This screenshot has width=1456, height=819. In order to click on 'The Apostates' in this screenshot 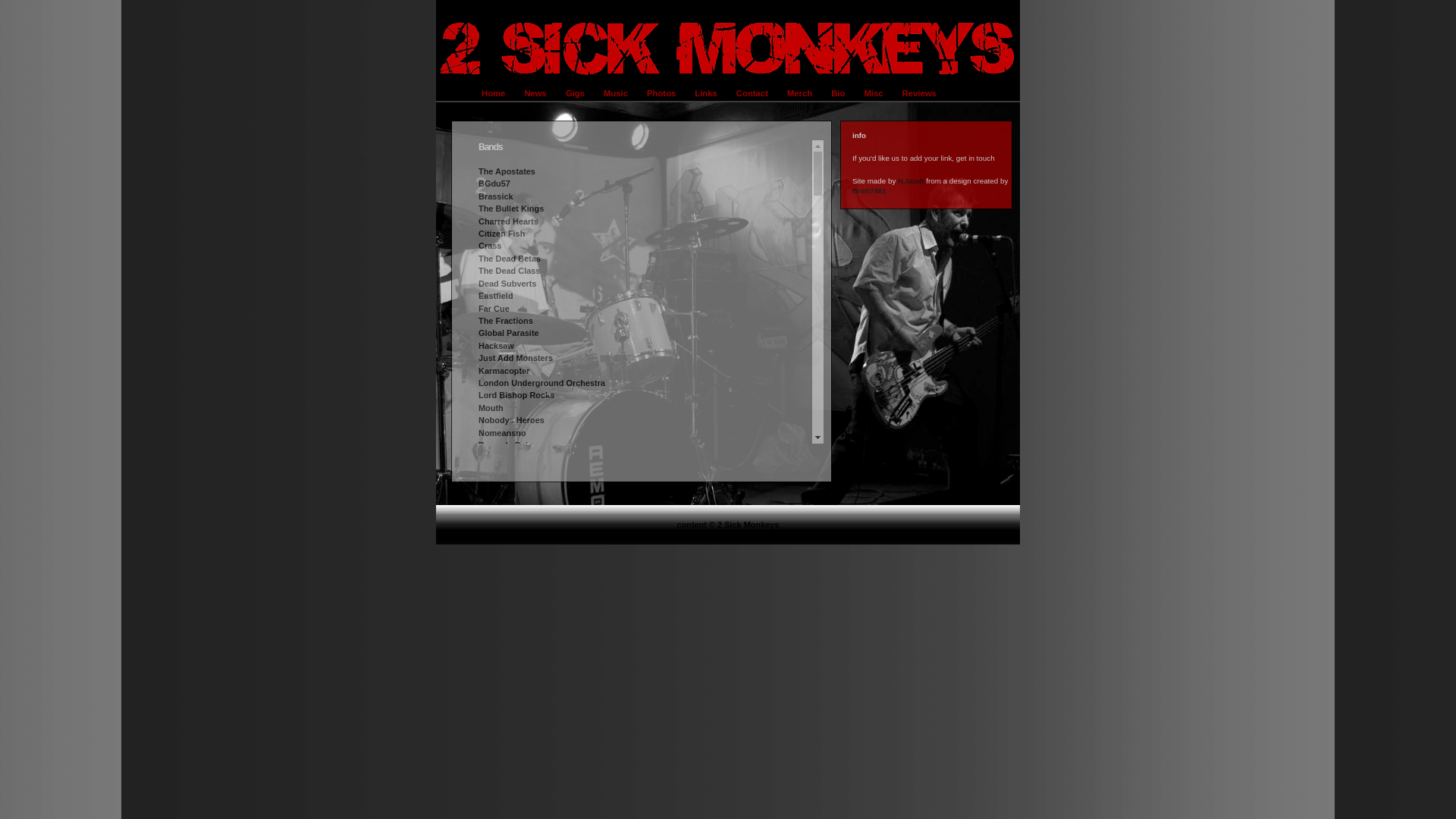, I will do `click(507, 171)`.